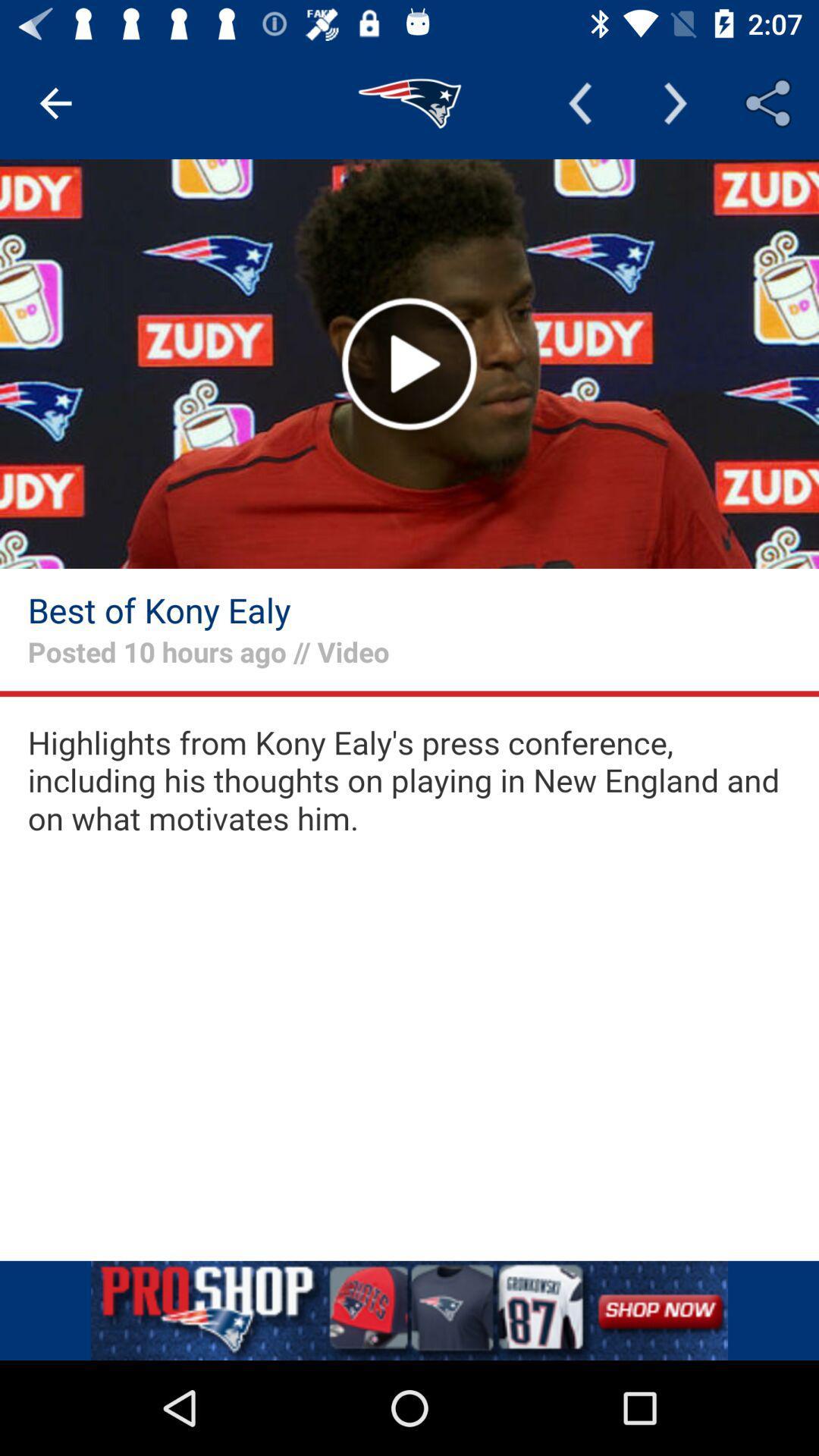 This screenshot has height=1456, width=819. Describe the element at coordinates (409, 364) in the screenshot. I see `video` at that location.